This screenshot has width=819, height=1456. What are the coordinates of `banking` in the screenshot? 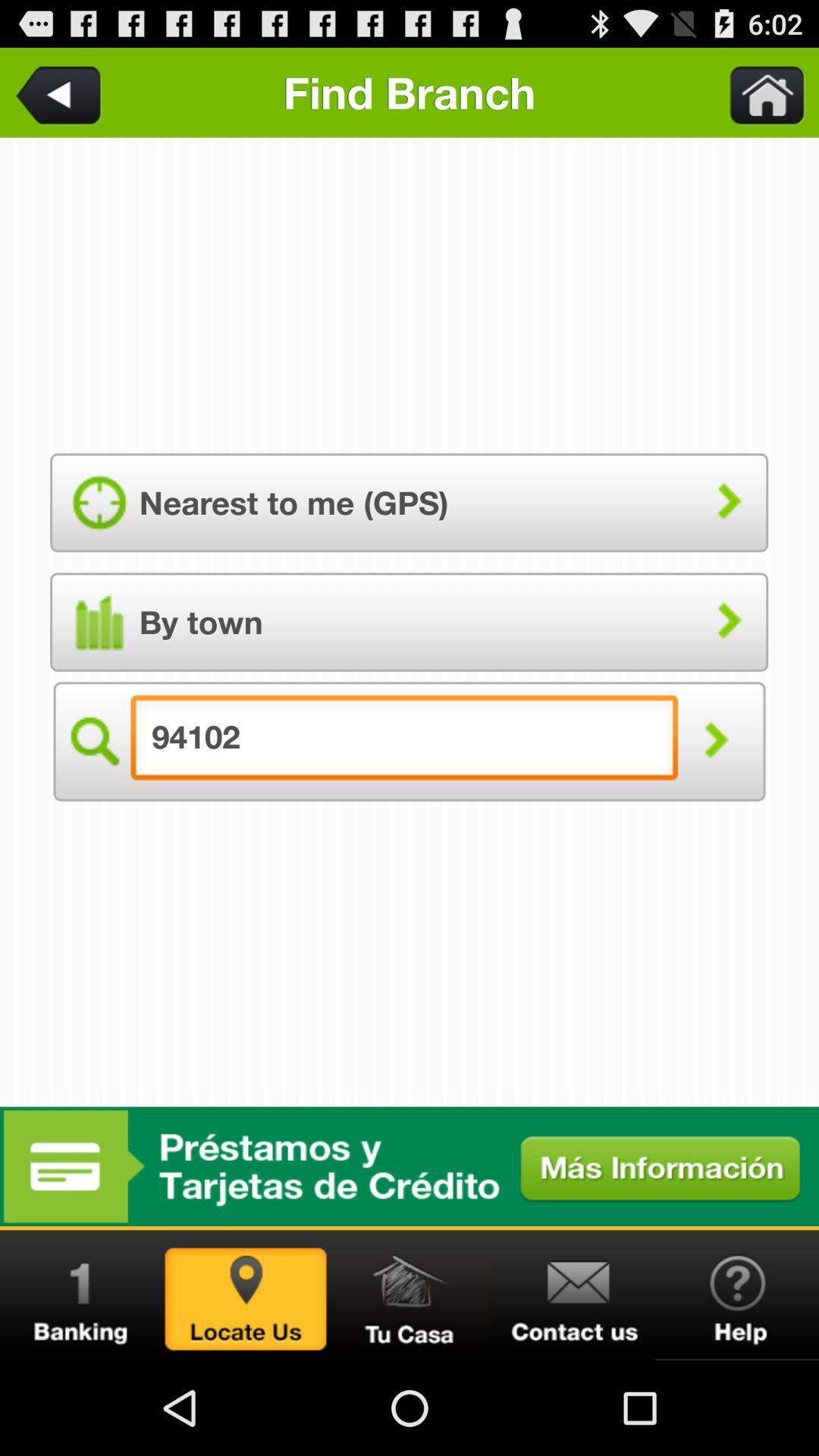 It's located at (82, 1294).